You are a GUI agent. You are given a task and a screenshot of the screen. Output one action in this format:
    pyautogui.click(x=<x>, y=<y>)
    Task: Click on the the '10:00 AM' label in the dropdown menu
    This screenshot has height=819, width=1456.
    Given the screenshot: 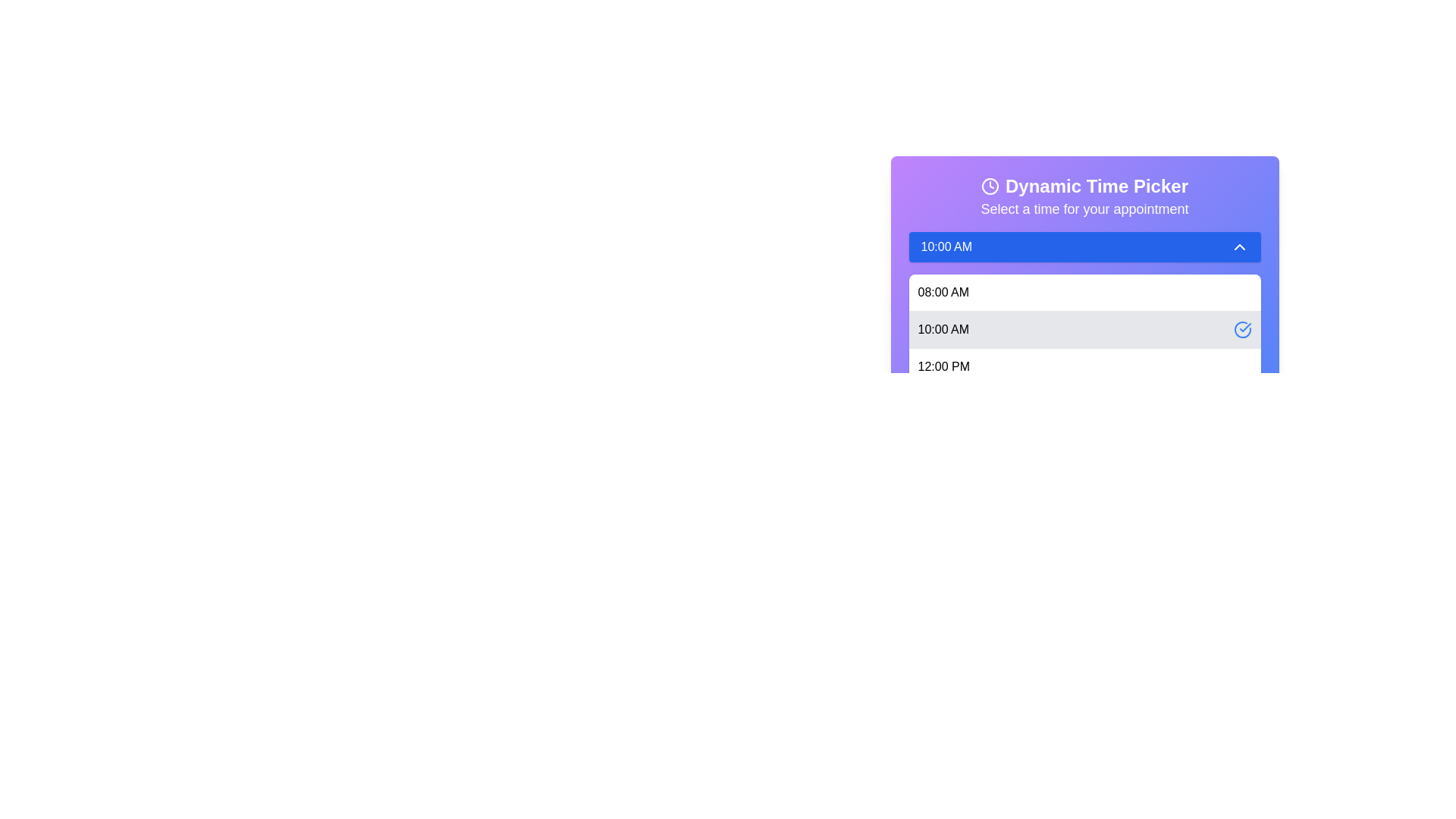 What is the action you would take?
    pyautogui.click(x=946, y=246)
    